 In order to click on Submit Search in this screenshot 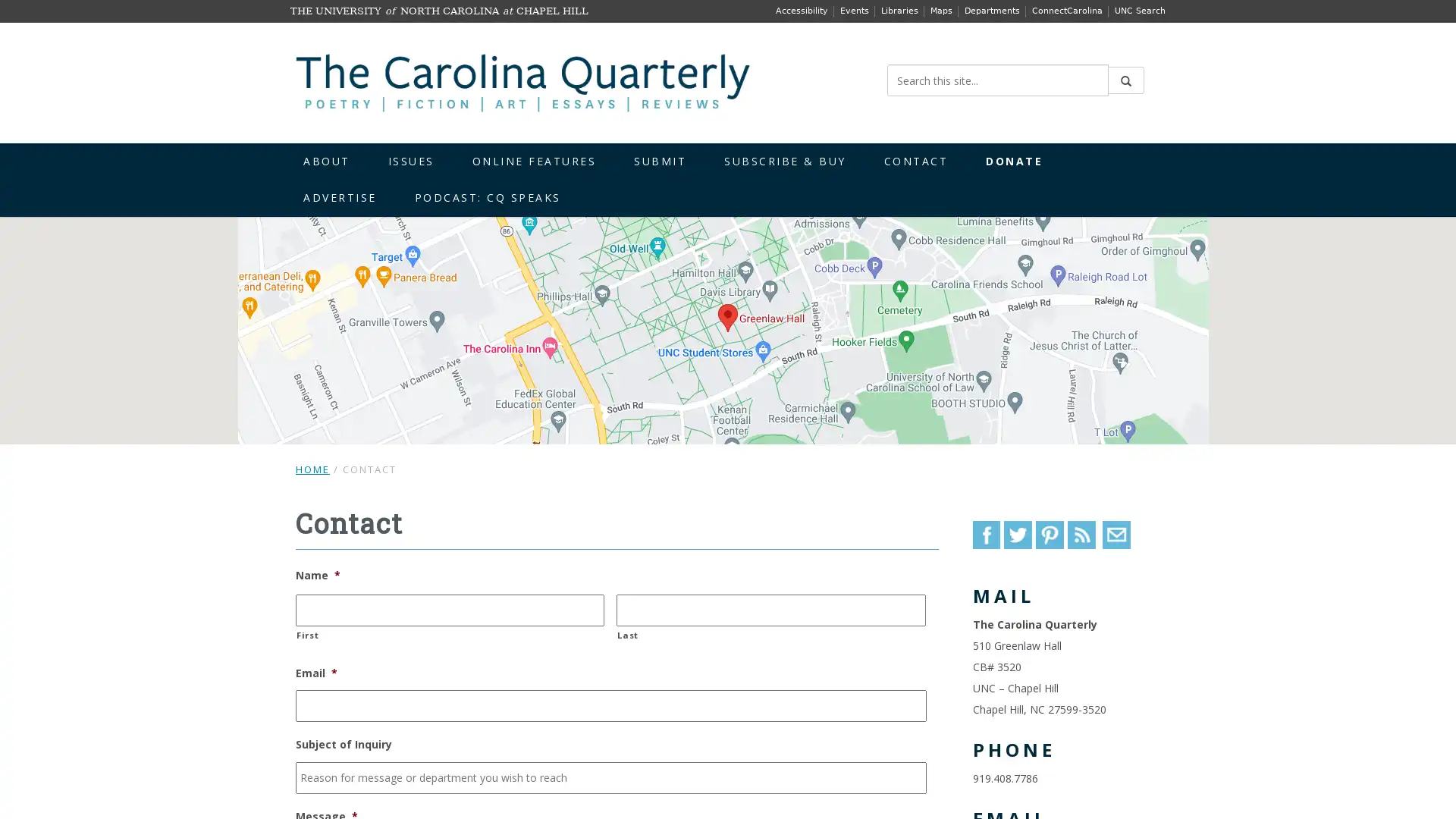, I will do `click(1125, 80)`.